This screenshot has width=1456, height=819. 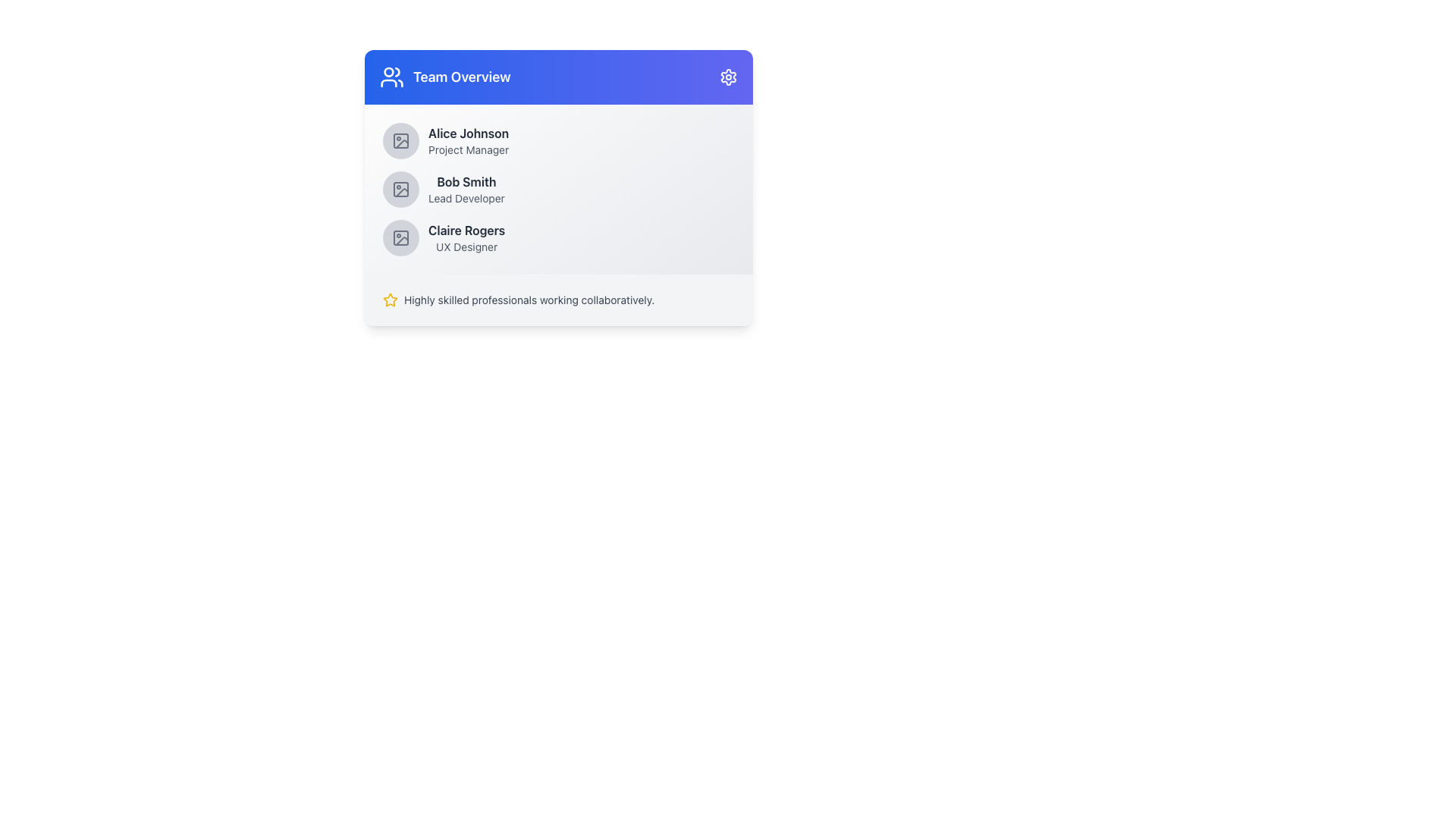 I want to click on the third list item in the vertical list that displays the name and role of an individual, so click(x=558, y=237).